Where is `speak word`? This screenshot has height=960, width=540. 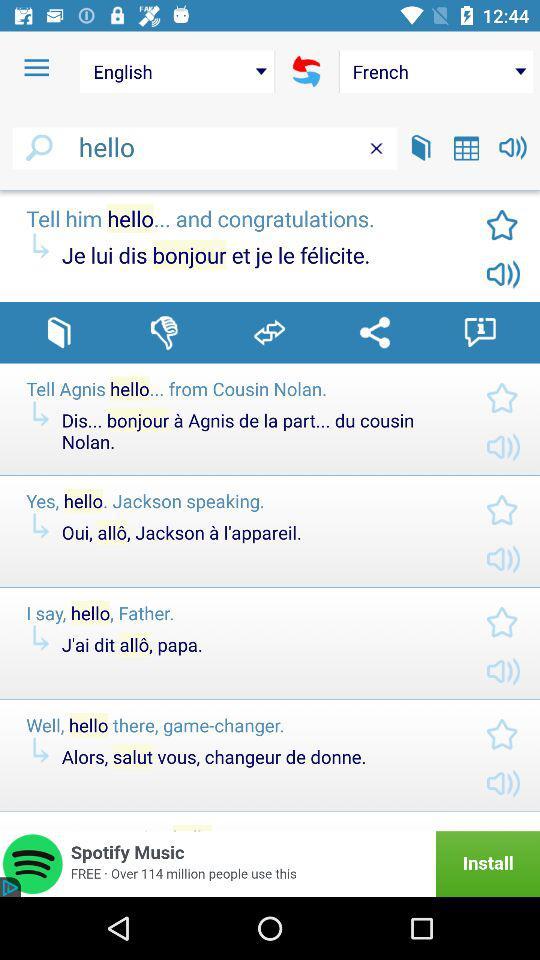
speak word is located at coordinates (513, 146).